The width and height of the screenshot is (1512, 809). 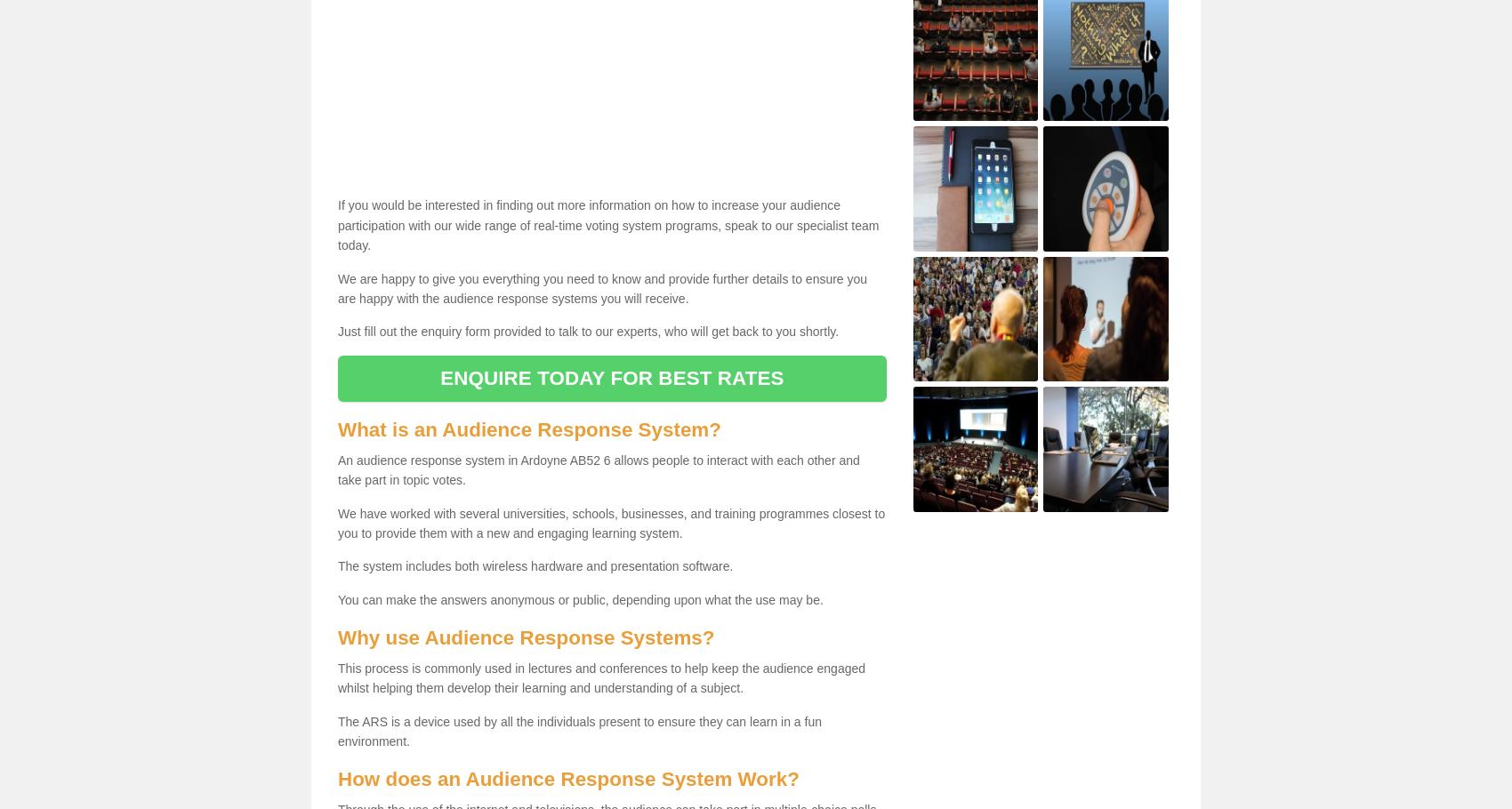 What do you see at coordinates (534, 566) in the screenshot?
I see `'The system includes both wireless hardware and presentation software.'` at bounding box center [534, 566].